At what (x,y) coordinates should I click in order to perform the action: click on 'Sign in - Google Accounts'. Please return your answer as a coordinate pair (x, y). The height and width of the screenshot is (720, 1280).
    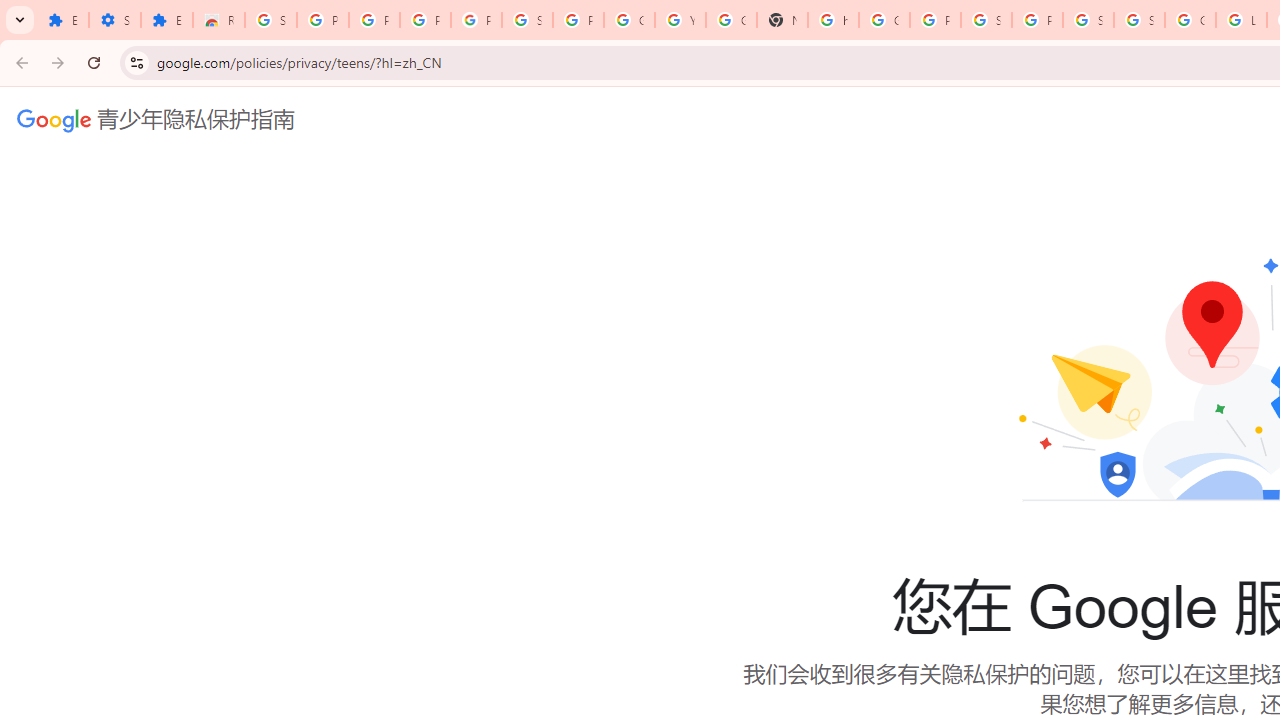
    Looking at the image, I should click on (1139, 20).